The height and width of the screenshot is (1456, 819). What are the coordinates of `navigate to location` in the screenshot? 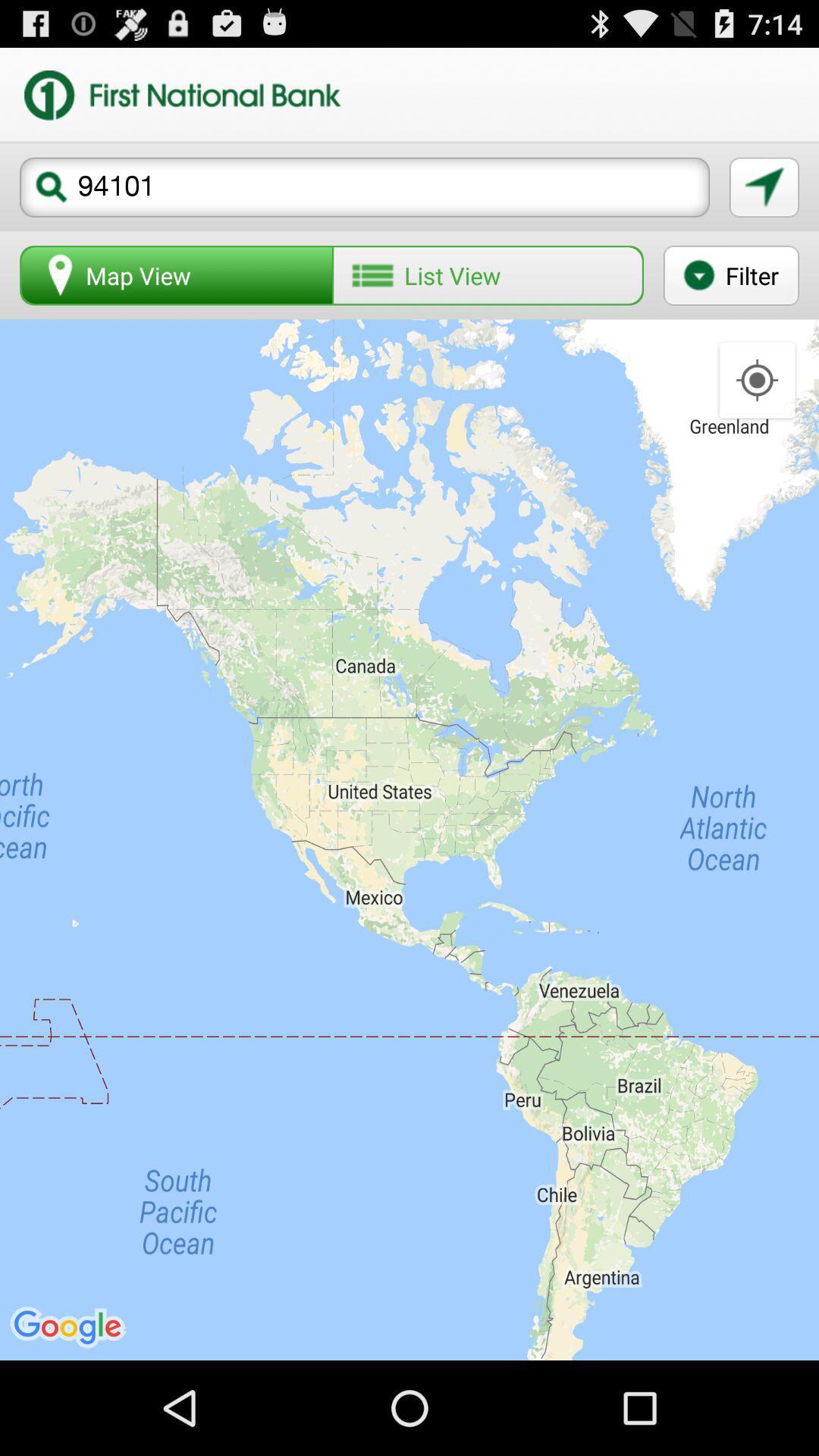 It's located at (764, 187).